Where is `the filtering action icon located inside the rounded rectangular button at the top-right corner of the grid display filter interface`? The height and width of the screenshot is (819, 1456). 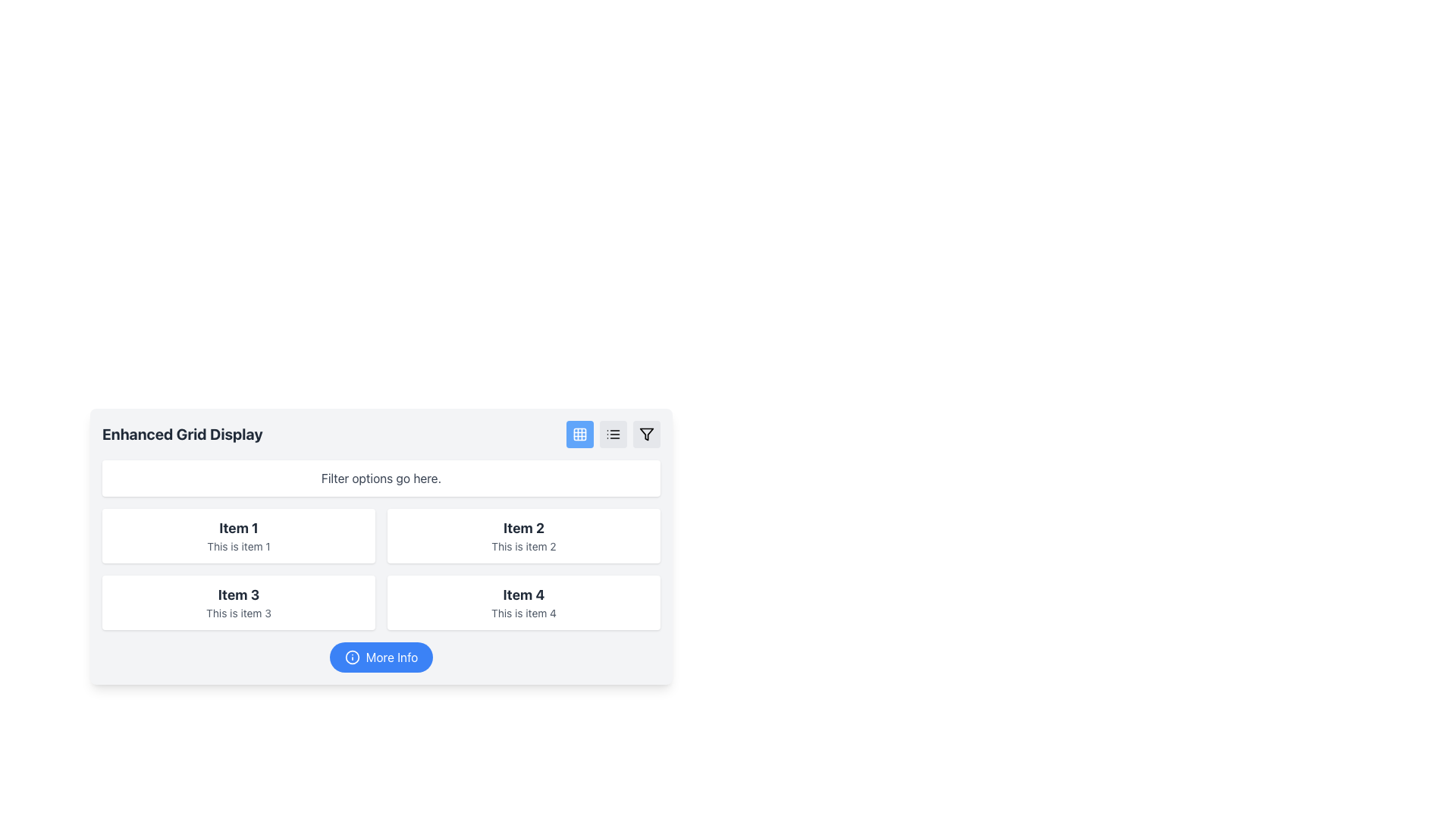 the filtering action icon located inside the rounded rectangular button at the top-right corner of the grid display filter interface is located at coordinates (647, 435).